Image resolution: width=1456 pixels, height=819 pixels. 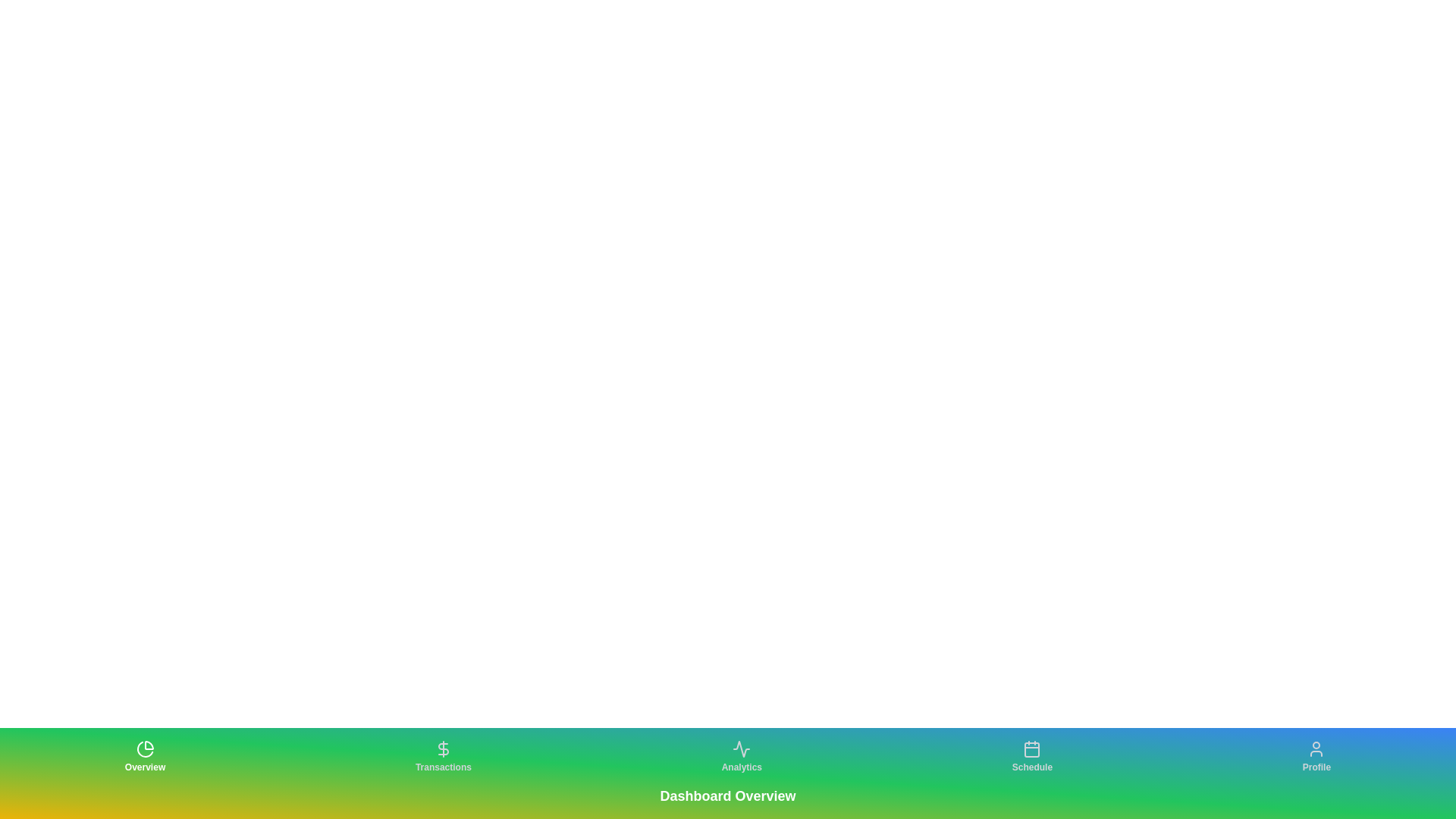 I want to click on the tab labeled Overview to observe its hover effect, so click(x=145, y=757).